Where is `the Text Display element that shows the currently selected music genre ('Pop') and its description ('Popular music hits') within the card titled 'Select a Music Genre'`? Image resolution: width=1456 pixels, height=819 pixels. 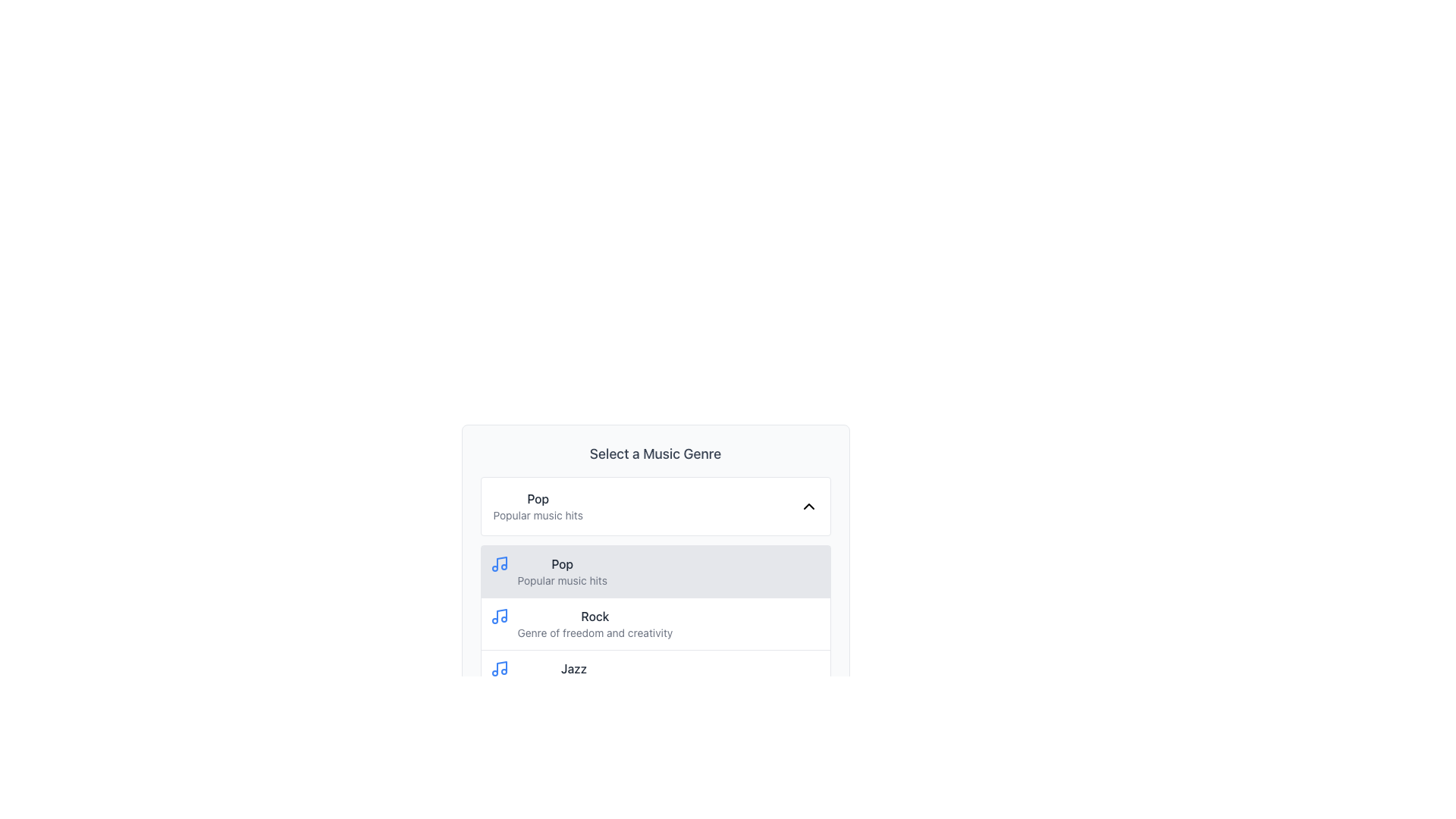
the Text Display element that shows the currently selected music genre ('Pop') and its description ('Popular music hits') within the card titled 'Select a Music Genre' is located at coordinates (538, 506).